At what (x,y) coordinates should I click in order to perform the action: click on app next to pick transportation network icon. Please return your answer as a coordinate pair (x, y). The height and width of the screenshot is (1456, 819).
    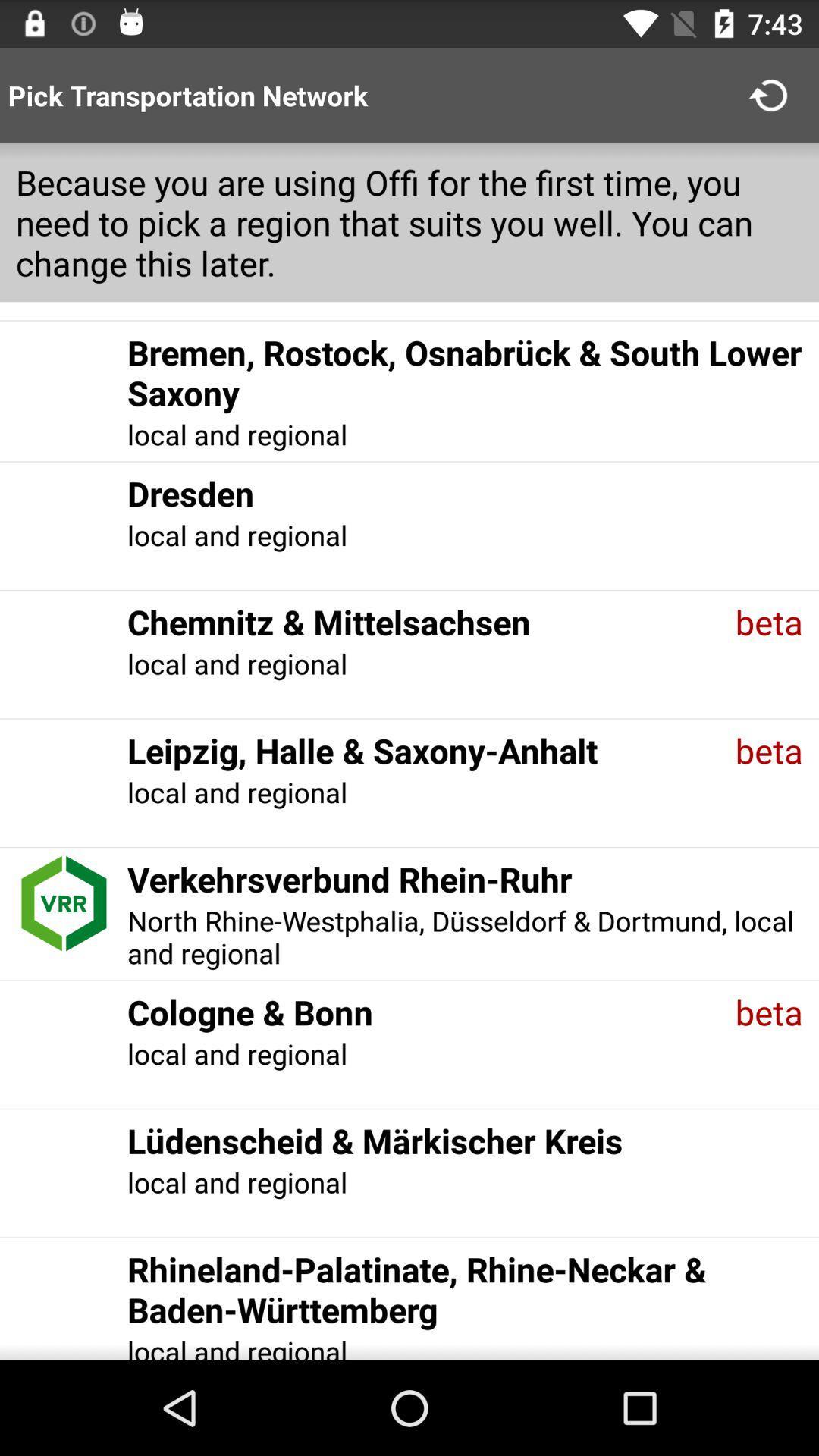
    Looking at the image, I should click on (771, 94).